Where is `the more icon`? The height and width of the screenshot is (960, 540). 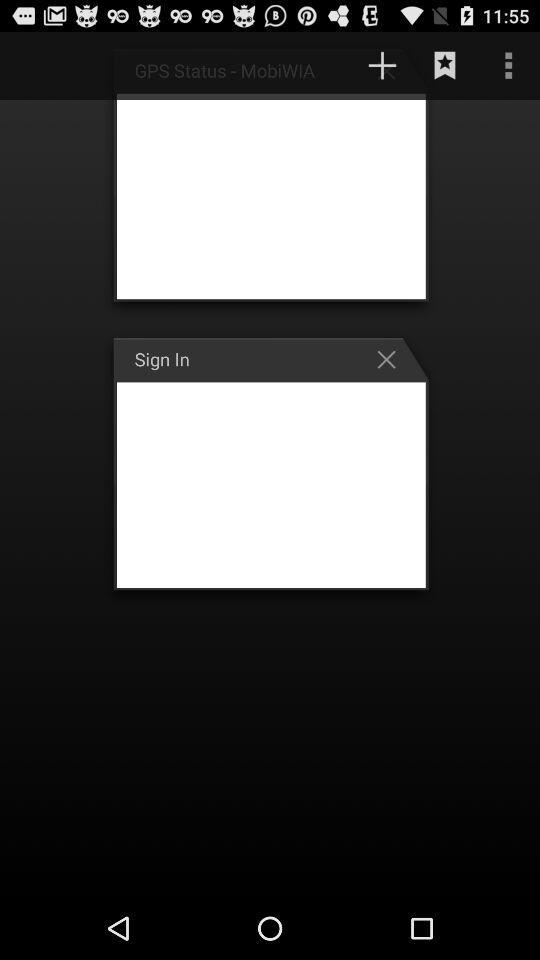
the more icon is located at coordinates (508, 70).